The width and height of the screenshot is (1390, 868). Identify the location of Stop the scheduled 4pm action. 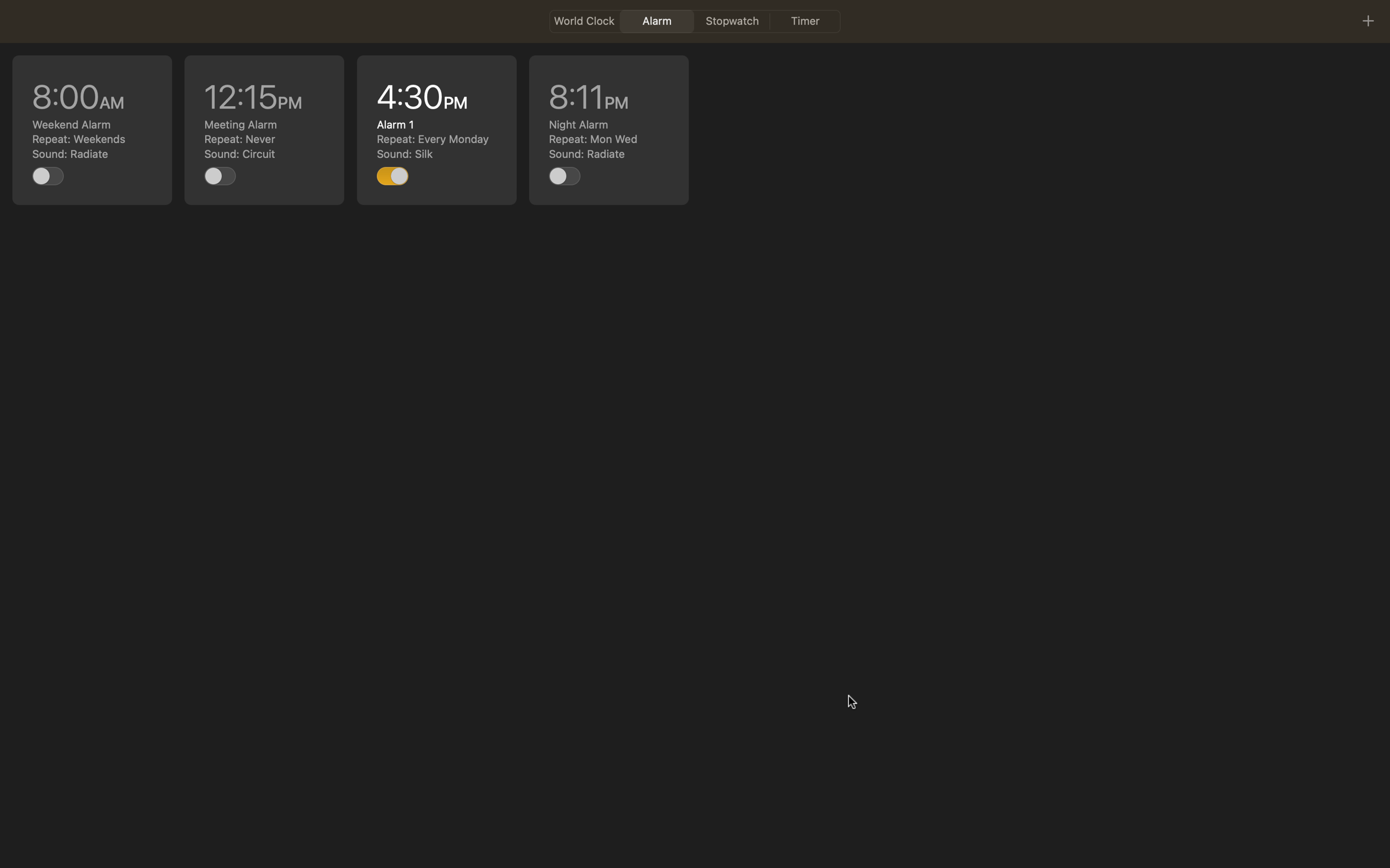
(393, 174).